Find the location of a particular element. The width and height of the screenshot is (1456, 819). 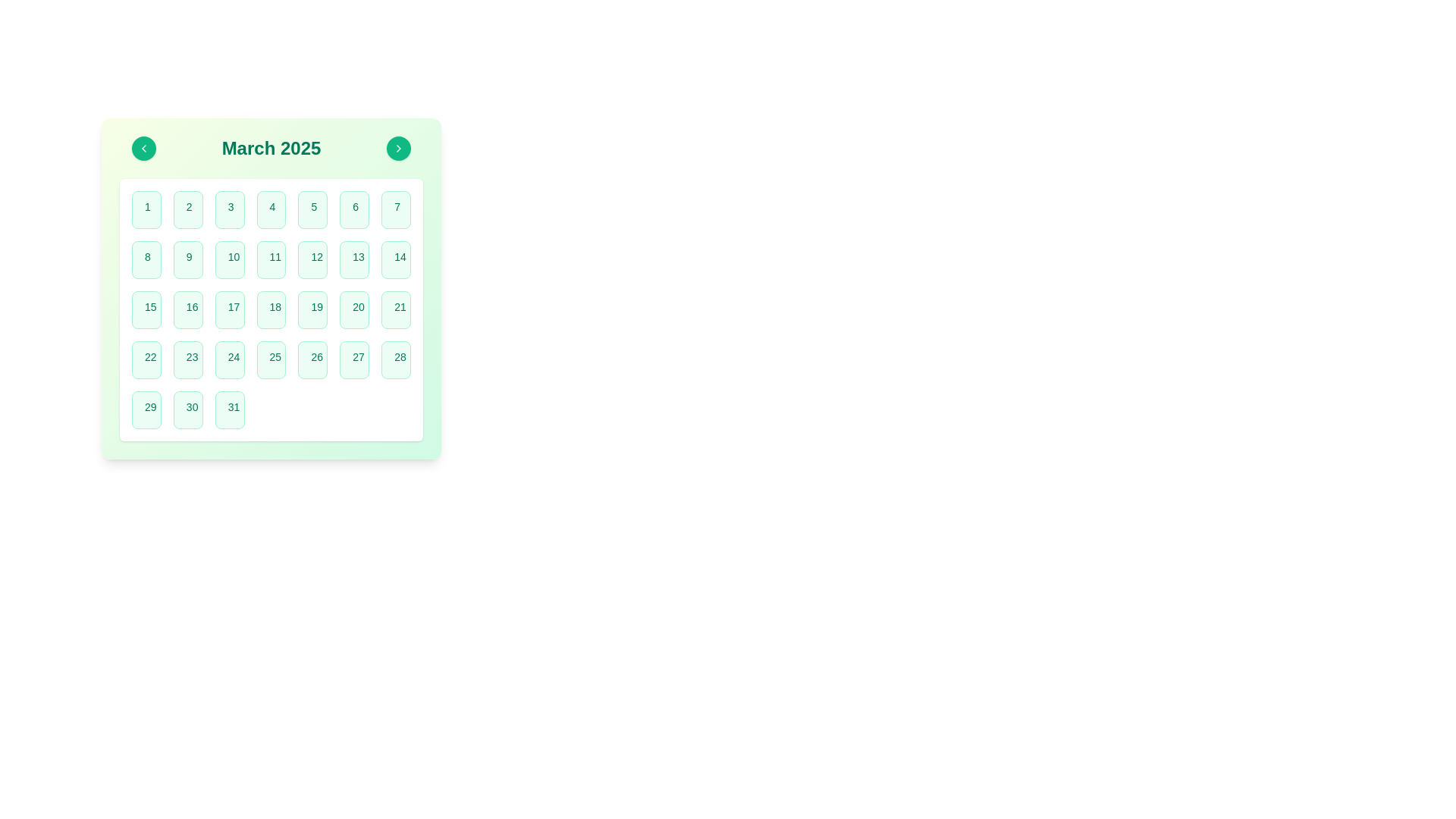

the green circular button containing the right-pointing chevron arrow icon is located at coordinates (399, 149).